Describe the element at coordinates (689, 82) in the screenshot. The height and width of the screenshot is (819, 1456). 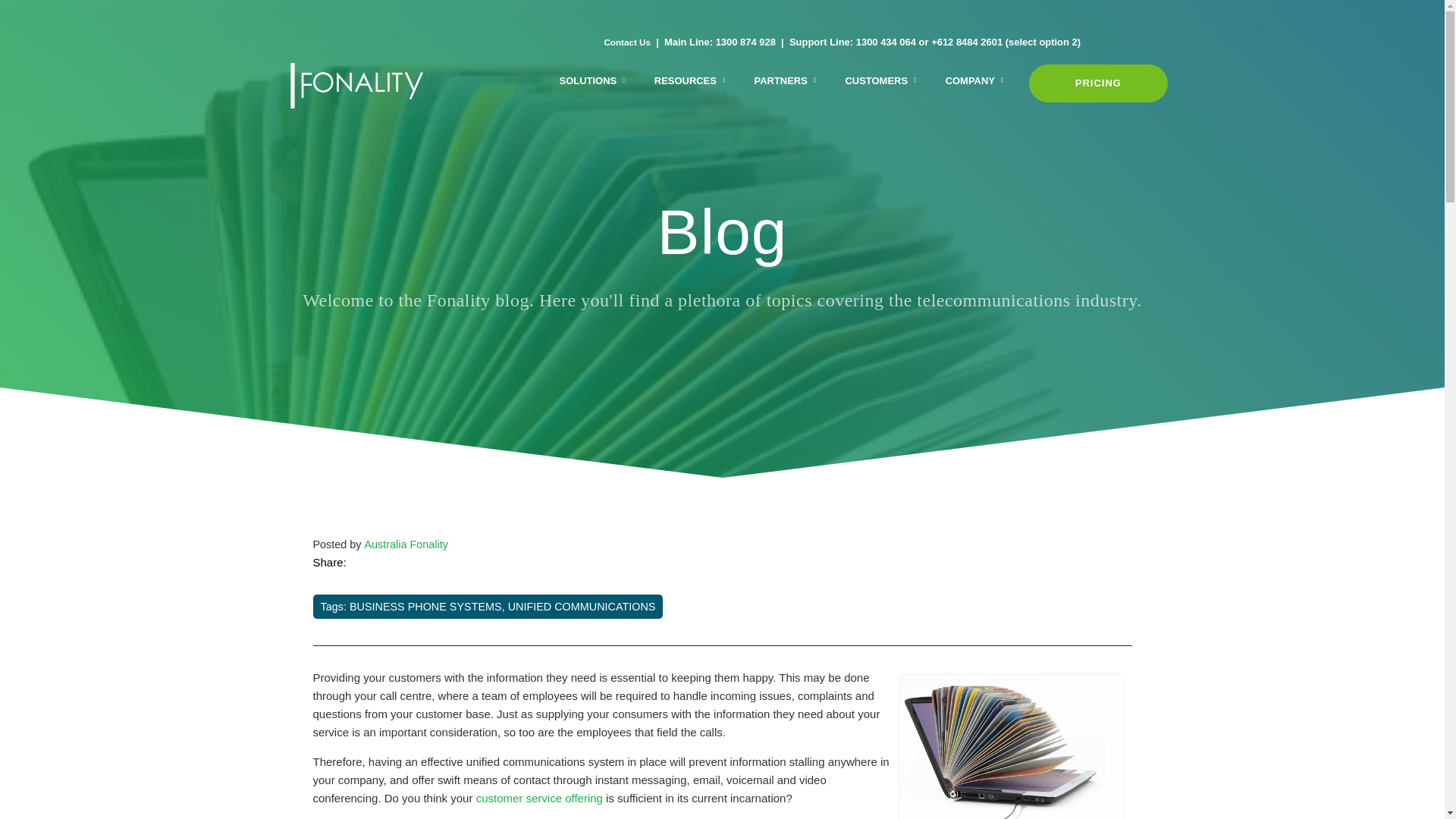
I see `'RESOURCES'` at that location.